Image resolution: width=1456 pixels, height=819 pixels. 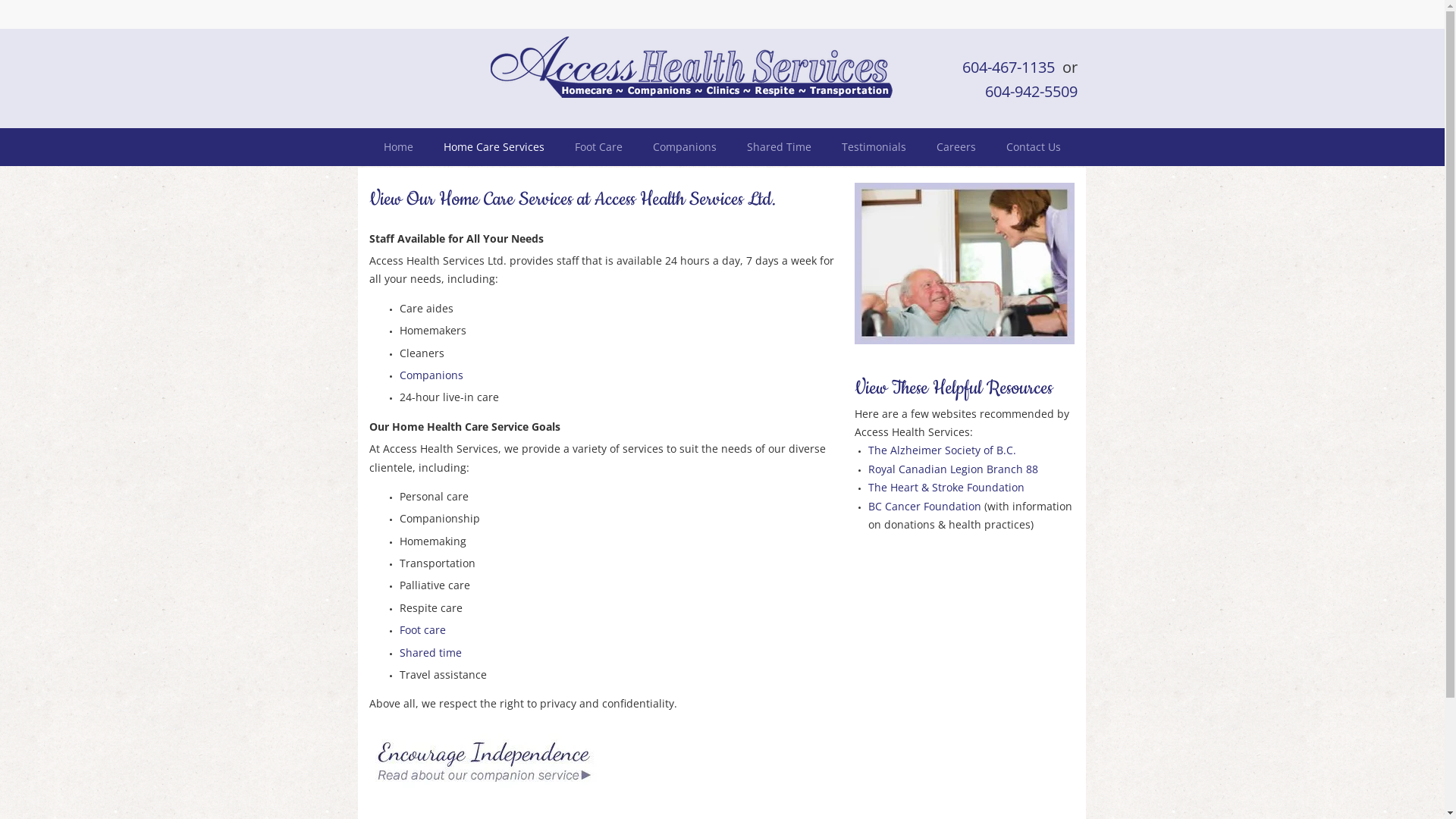 I want to click on 'Shared time', so click(x=428, y=651).